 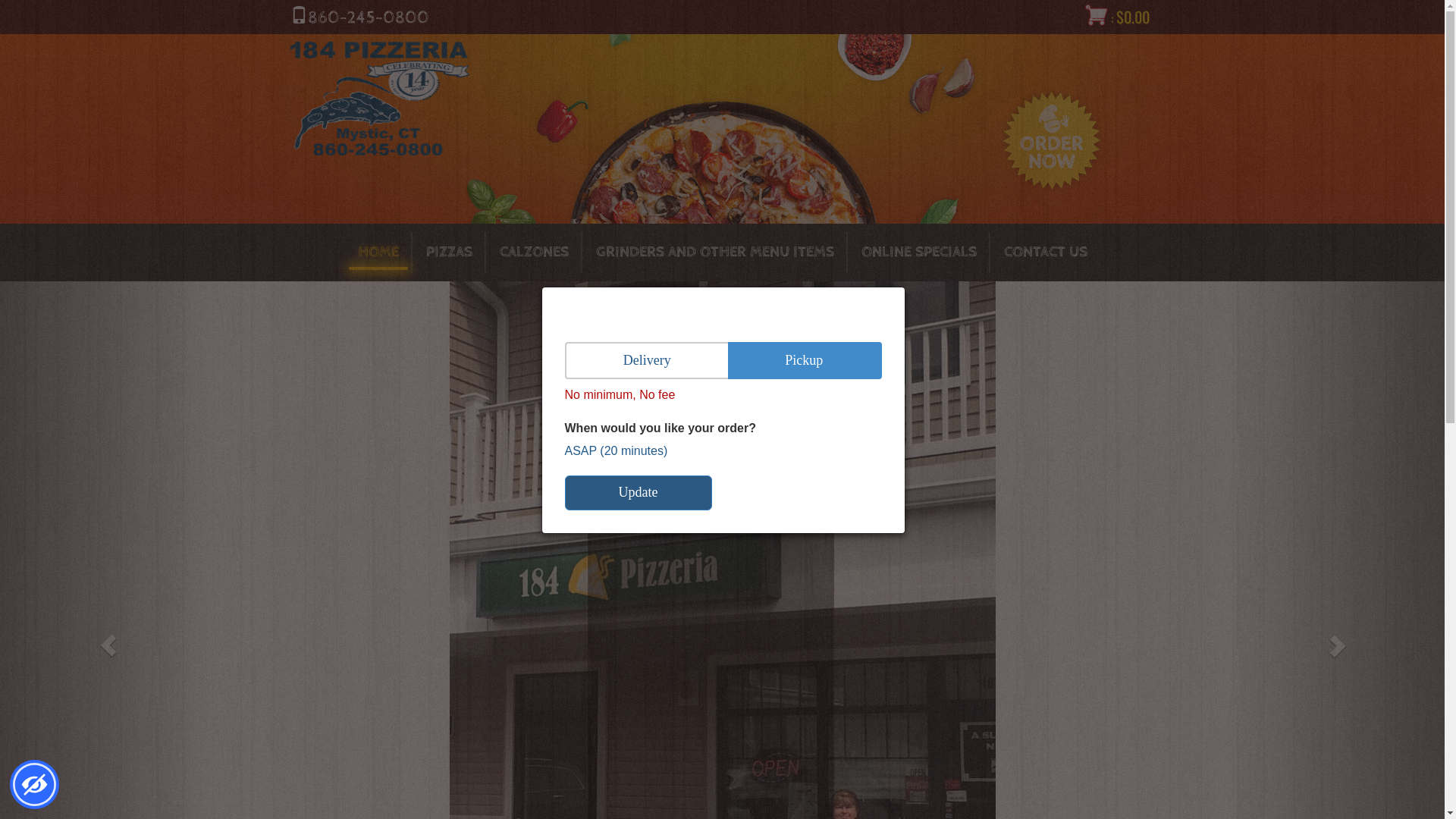 What do you see at coordinates (1044, 251) in the screenshot?
I see `'CONTACT US'` at bounding box center [1044, 251].